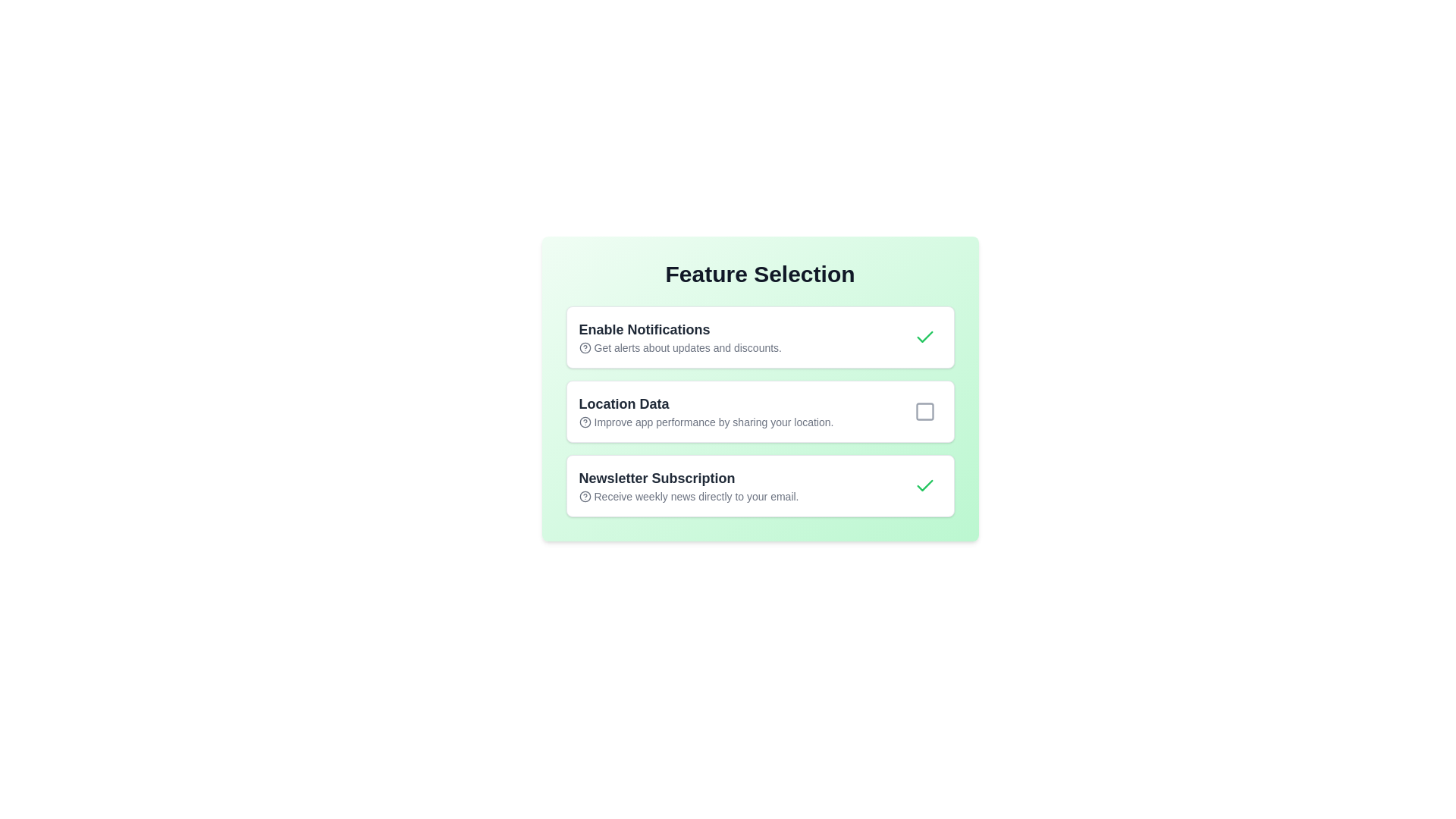 This screenshot has width=1456, height=819. What do you see at coordinates (584, 497) in the screenshot?
I see `the center circle of the 'Newsletter Subscription' icon within the SVG that represents the subscription settings` at bounding box center [584, 497].